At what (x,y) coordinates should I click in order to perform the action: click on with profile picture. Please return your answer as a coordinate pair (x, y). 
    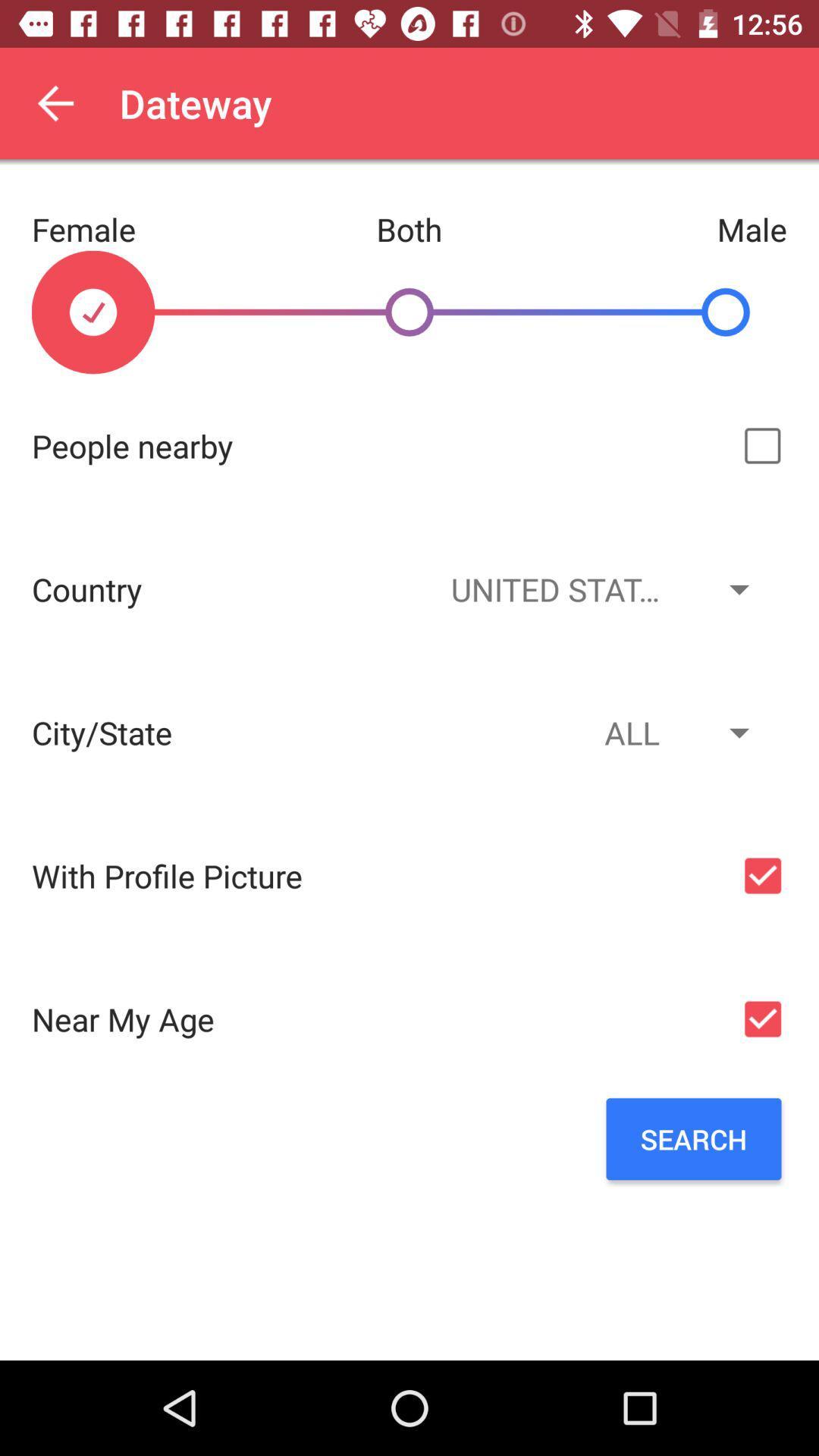
    Looking at the image, I should click on (762, 876).